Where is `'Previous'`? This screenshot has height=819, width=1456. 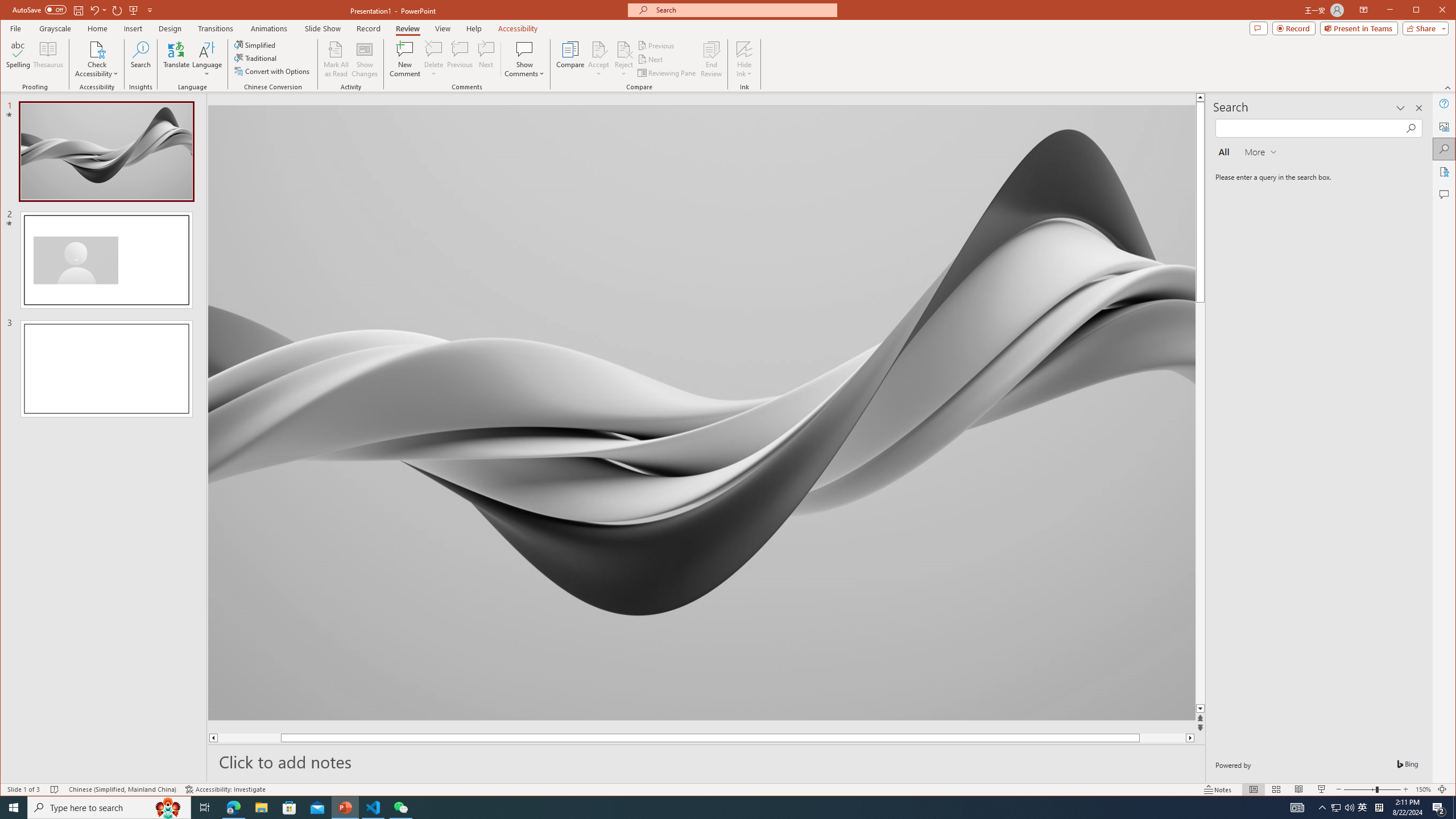 'Previous' is located at coordinates (656, 45).